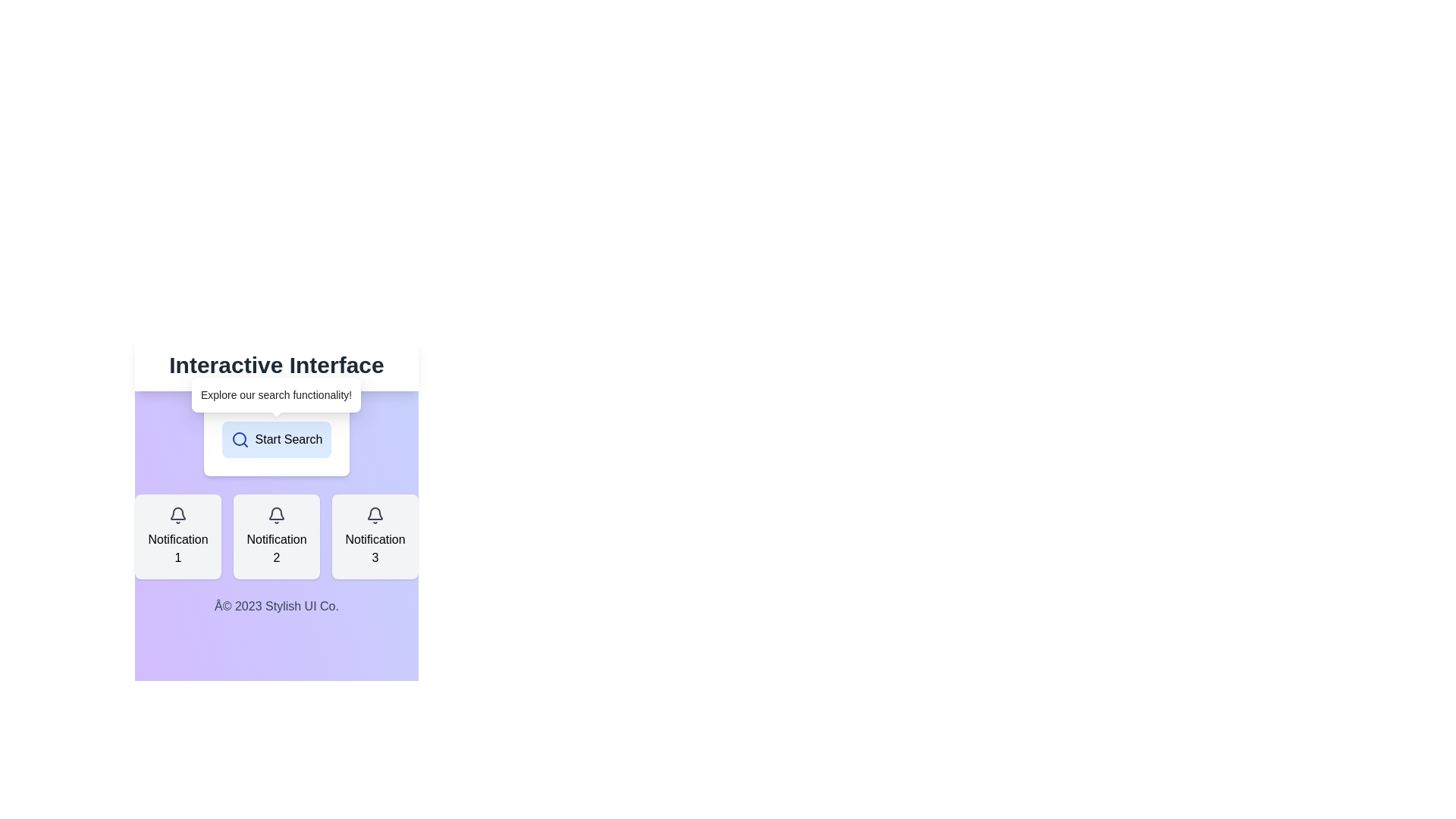  I want to click on the text display element that shows '© 2023 Stylish UI Co.' positioned at the bottom center of the interface, so click(276, 605).